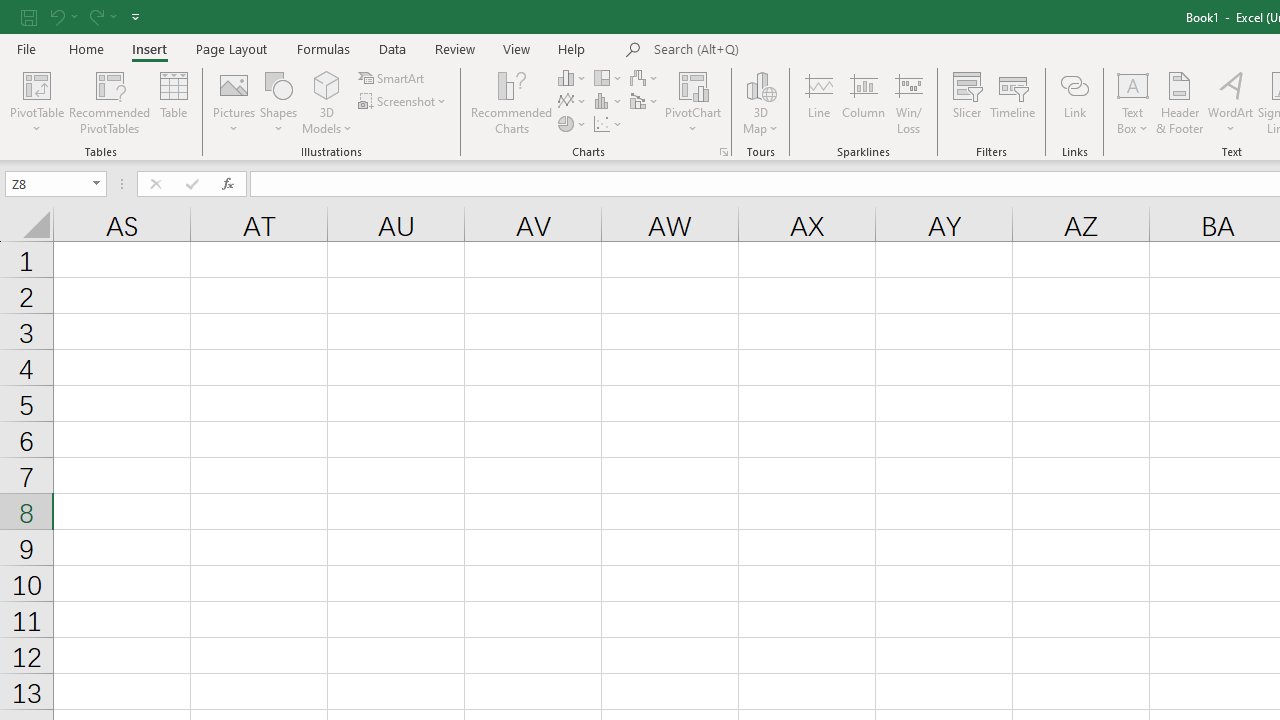 The width and height of the screenshot is (1280, 720). I want to click on 'Insert Scatter (X, Y) or Bubble Chart', so click(608, 124).